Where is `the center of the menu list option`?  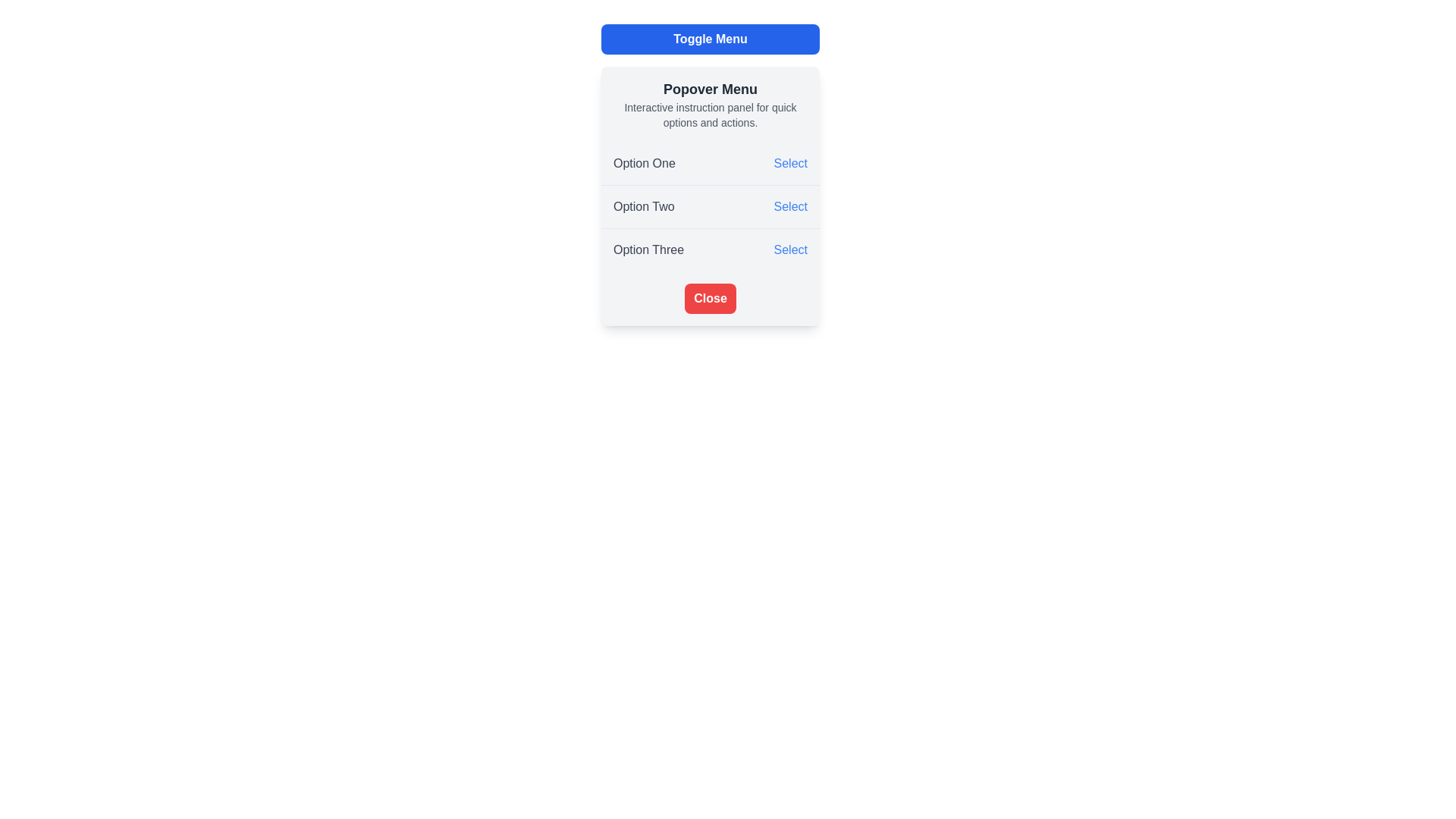 the center of the menu list option is located at coordinates (709, 207).